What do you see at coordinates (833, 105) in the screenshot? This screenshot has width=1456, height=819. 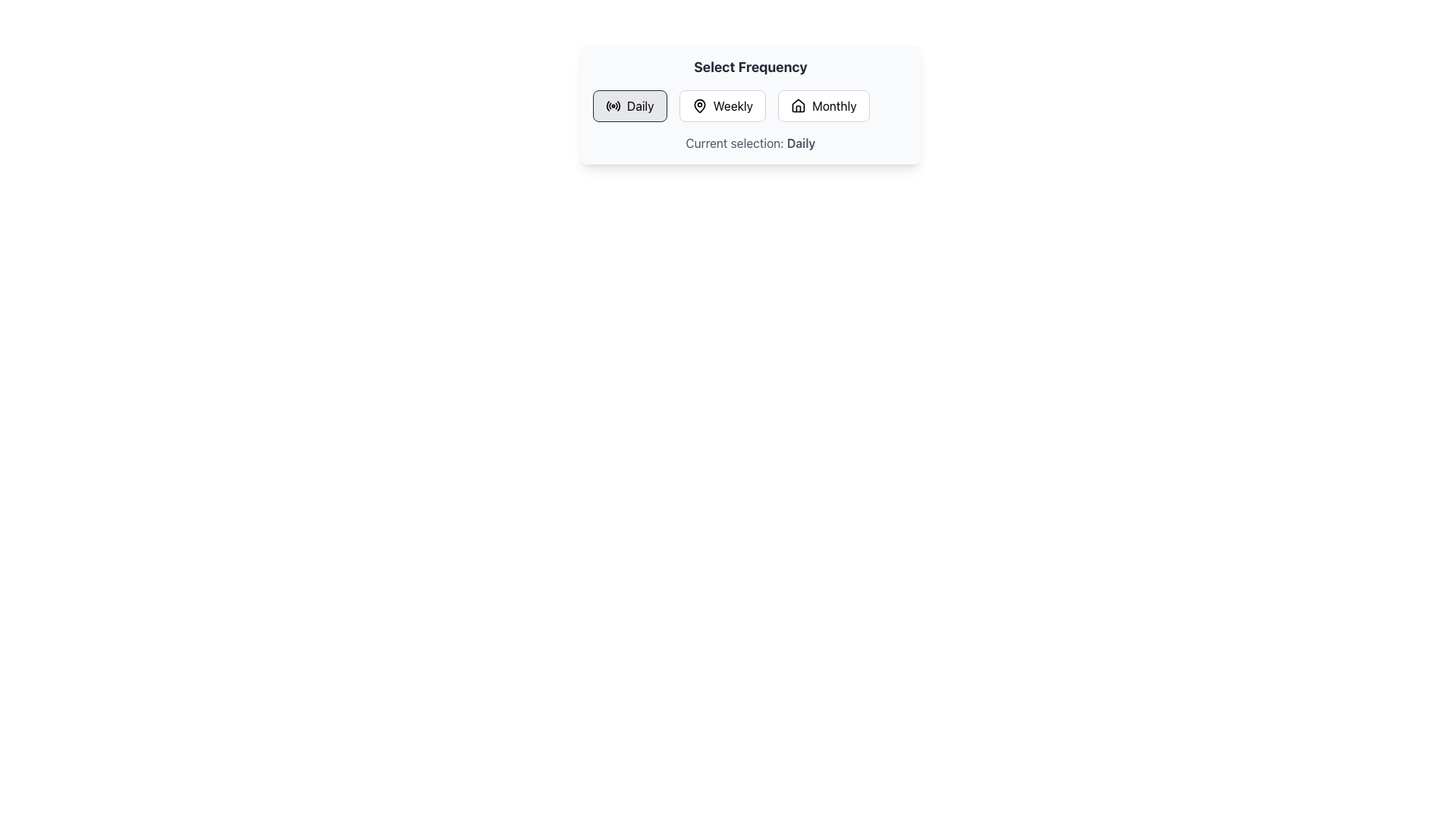 I see `the 'Monthly' text label inside the frequency selection buttons` at bounding box center [833, 105].